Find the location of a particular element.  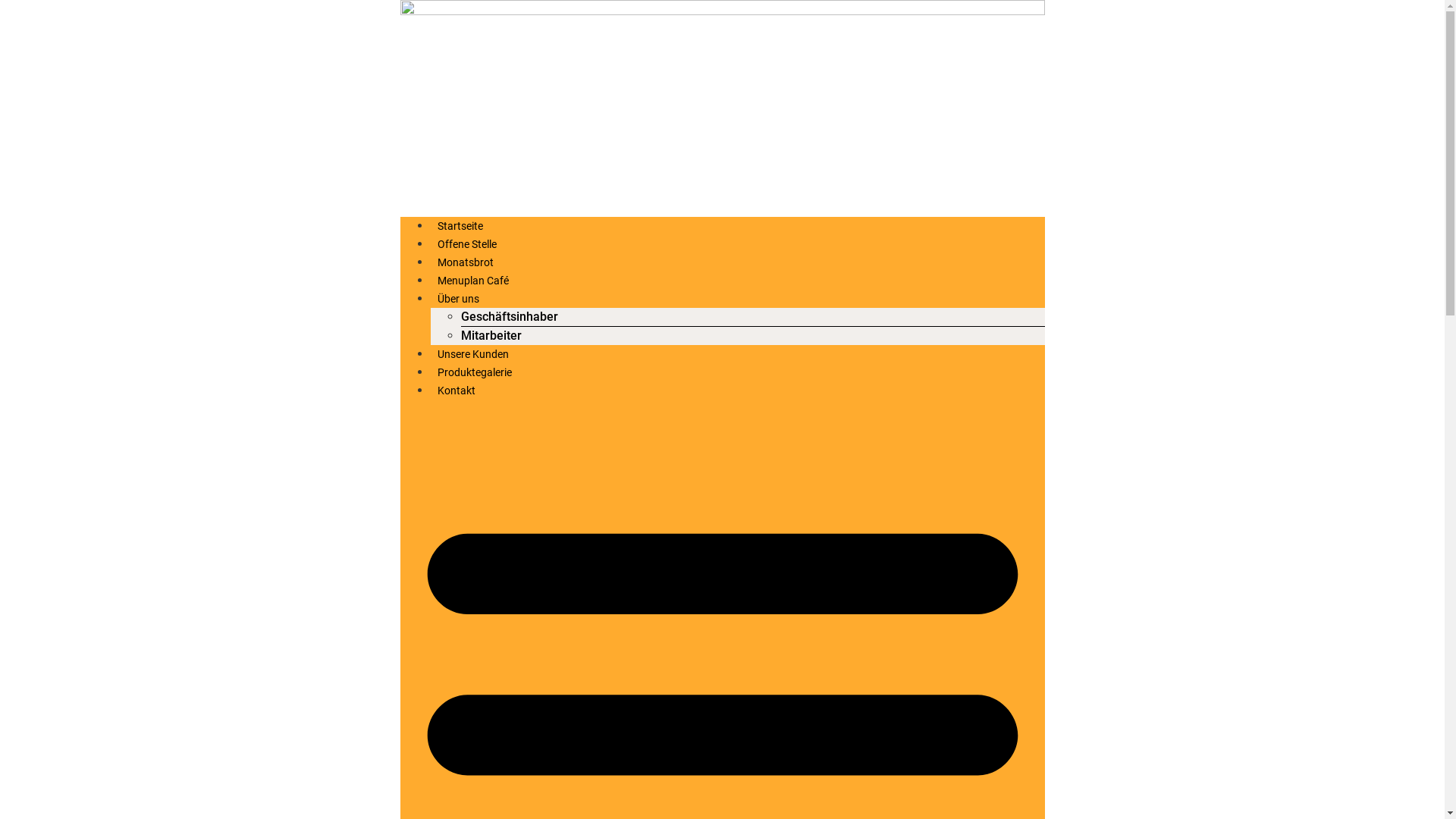

'Monatsbrot' is located at coordinates (429, 262).